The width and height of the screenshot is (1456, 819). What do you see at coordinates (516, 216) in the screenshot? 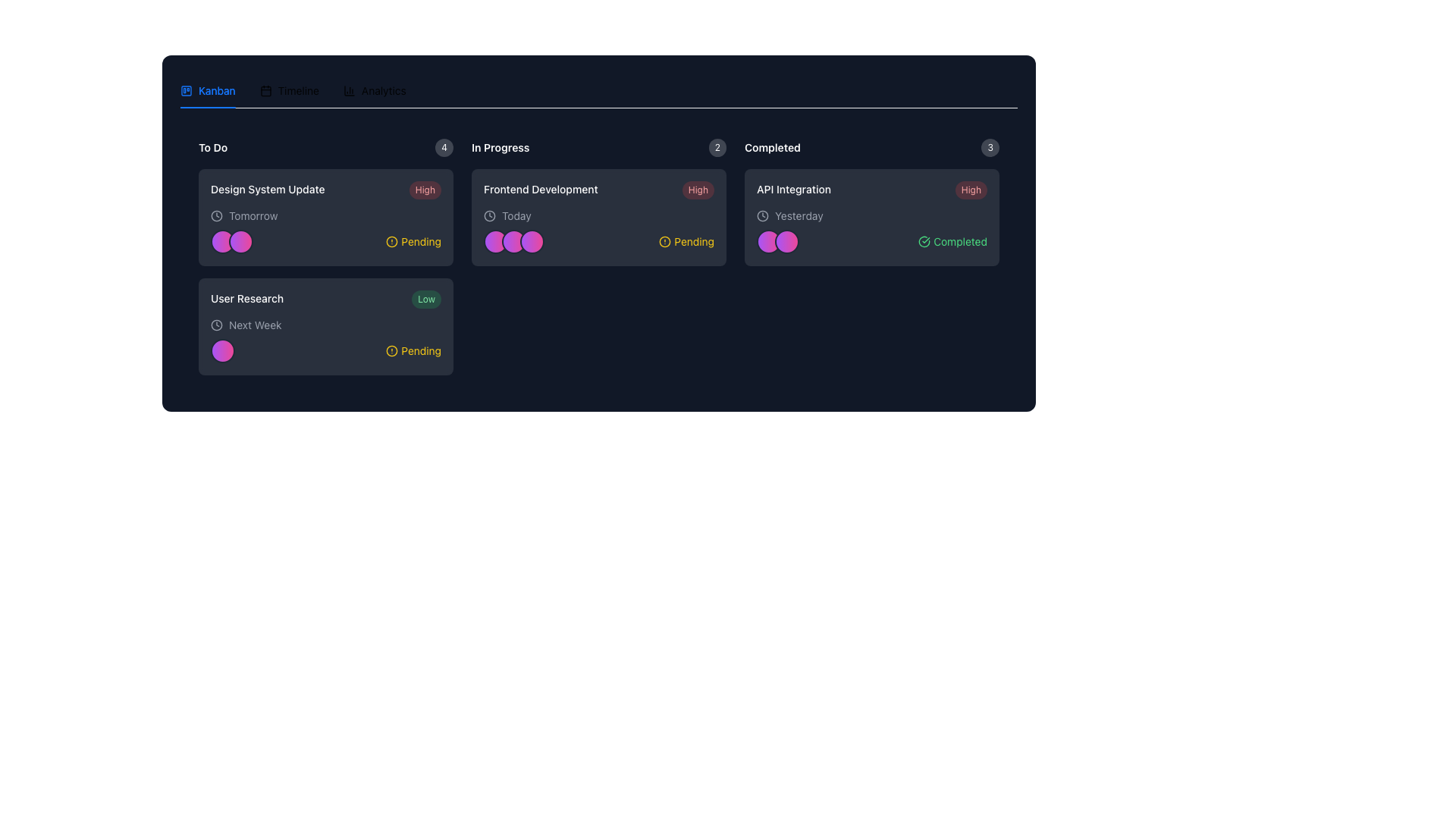
I see `the static text label indicating that the task is scheduled for today, located in the 'In Progress' column of the 'Frontend Development' card` at bounding box center [516, 216].